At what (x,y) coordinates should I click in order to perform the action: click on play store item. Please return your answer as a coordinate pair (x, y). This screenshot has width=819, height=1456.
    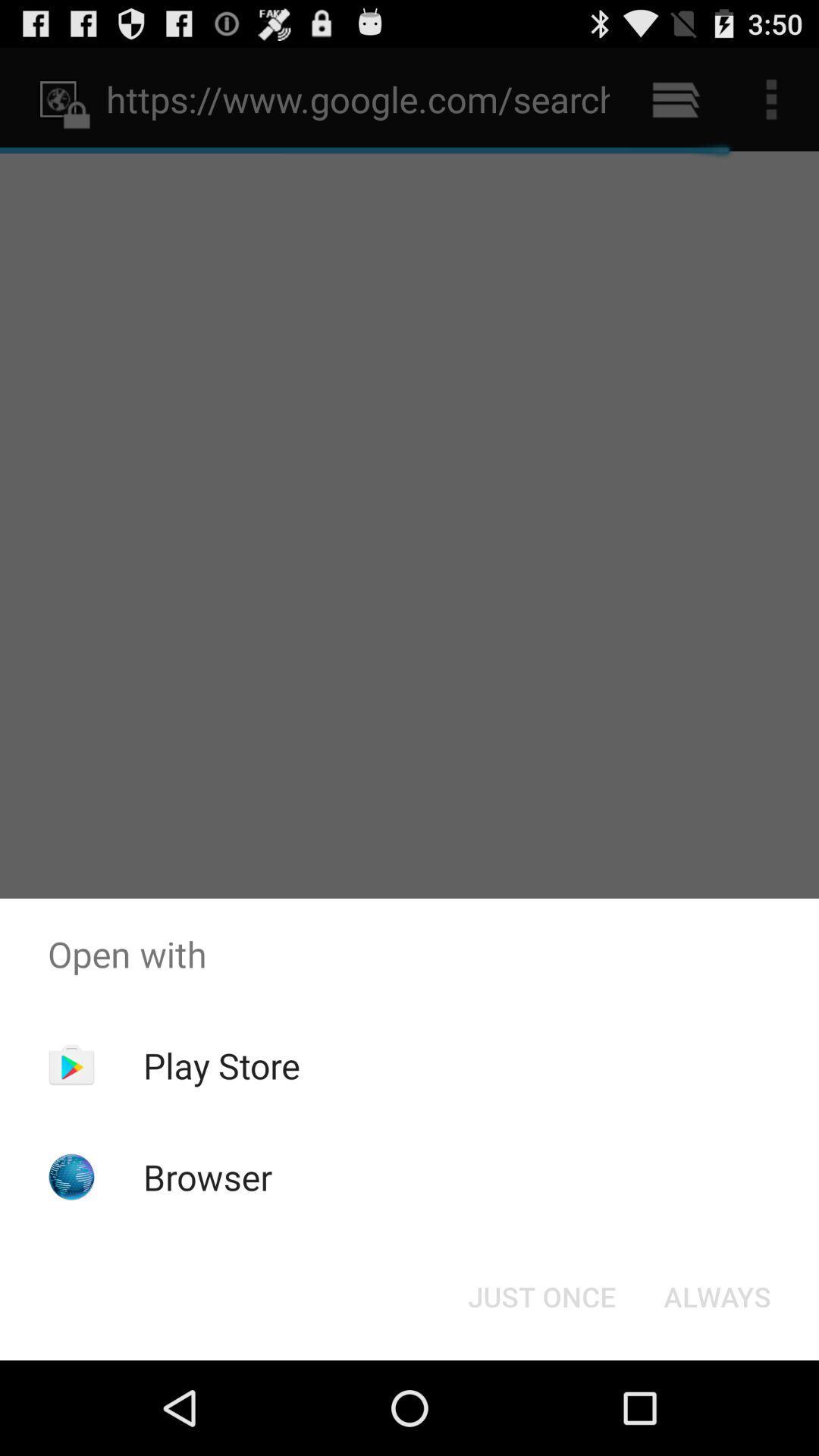
    Looking at the image, I should click on (221, 1065).